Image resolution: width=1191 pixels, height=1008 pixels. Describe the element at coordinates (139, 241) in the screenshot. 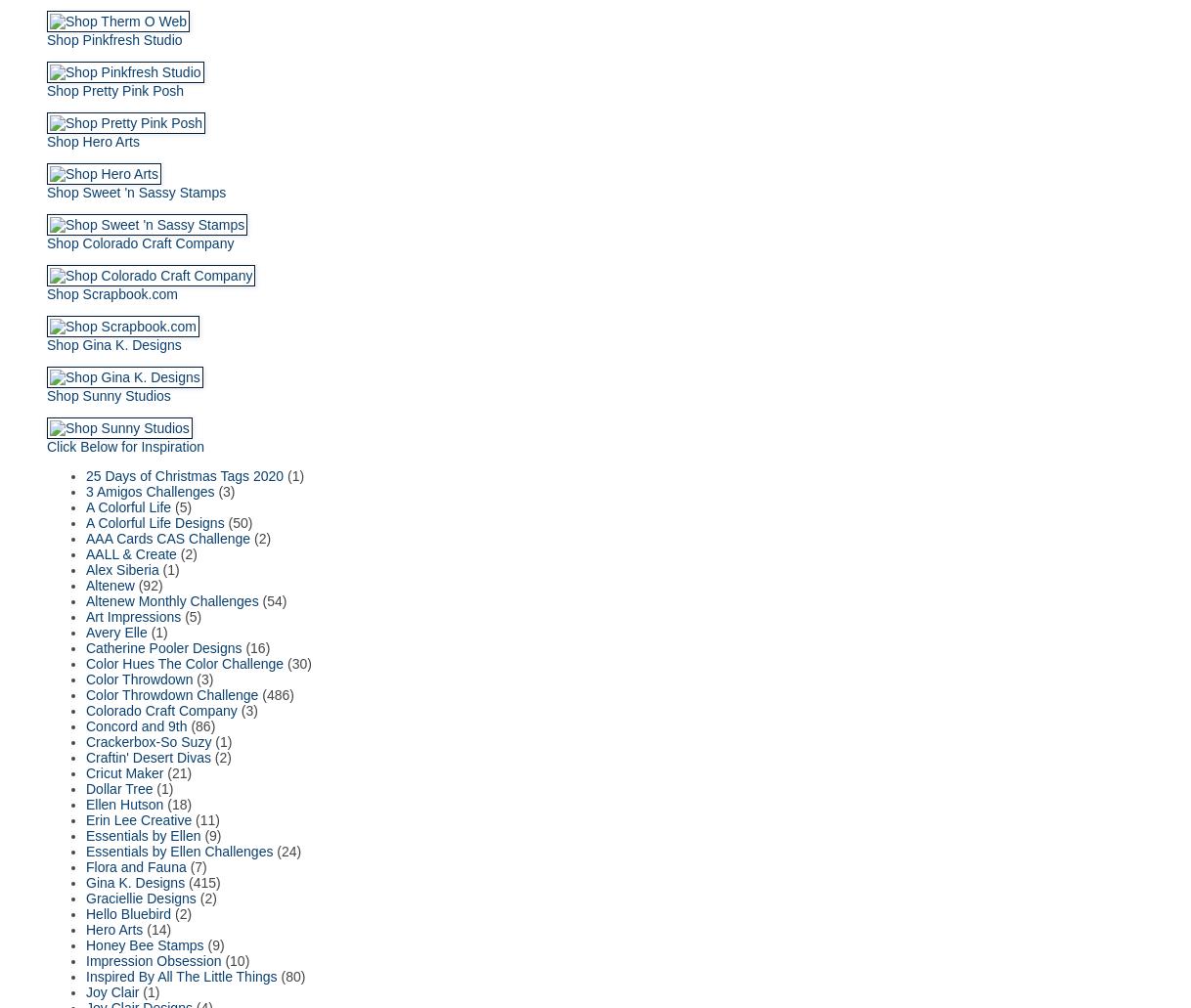

I see `'Shop Colorado Craft Company'` at that location.